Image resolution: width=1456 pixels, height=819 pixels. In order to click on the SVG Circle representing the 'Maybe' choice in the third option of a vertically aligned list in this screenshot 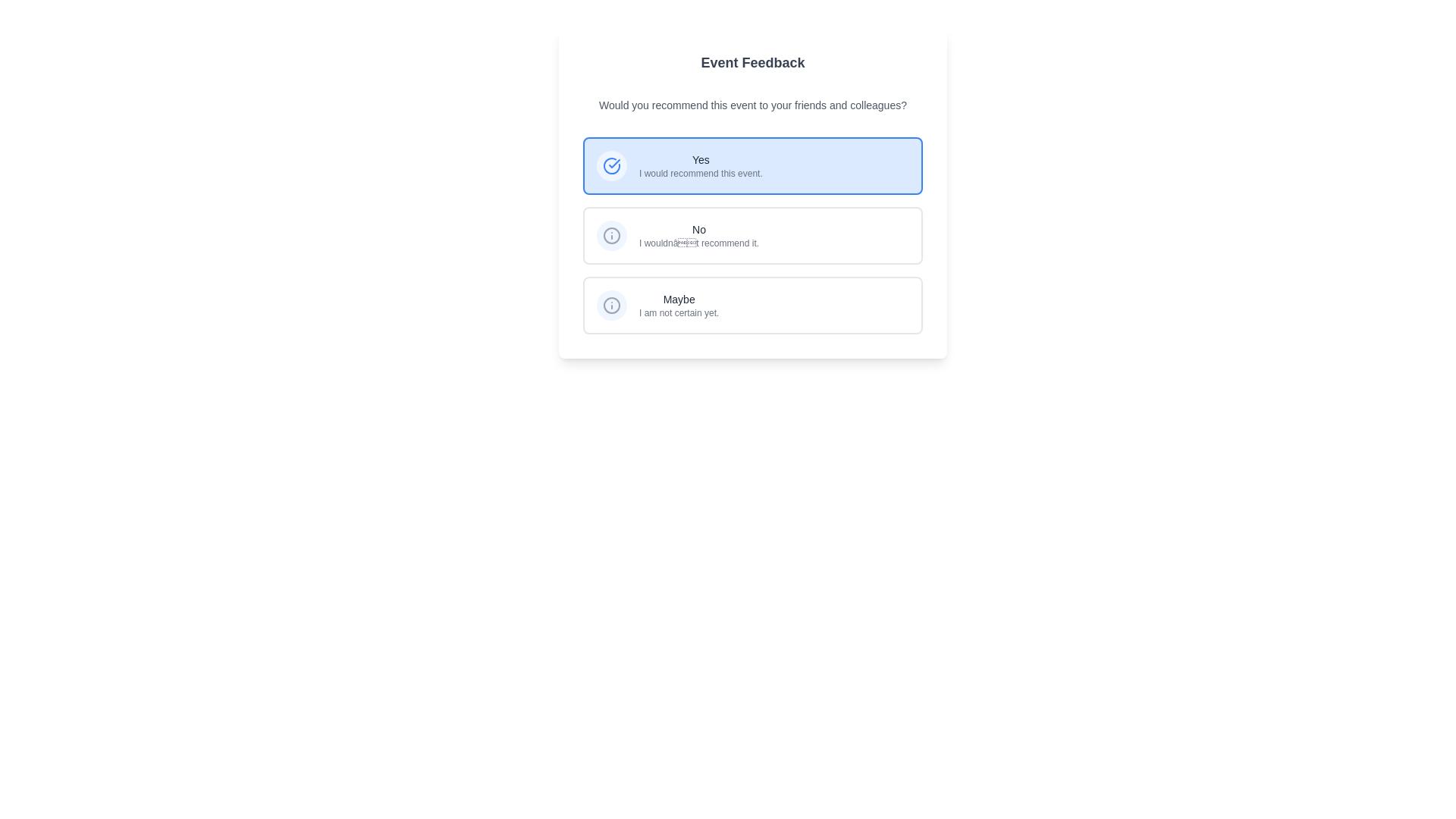, I will do `click(611, 305)`.